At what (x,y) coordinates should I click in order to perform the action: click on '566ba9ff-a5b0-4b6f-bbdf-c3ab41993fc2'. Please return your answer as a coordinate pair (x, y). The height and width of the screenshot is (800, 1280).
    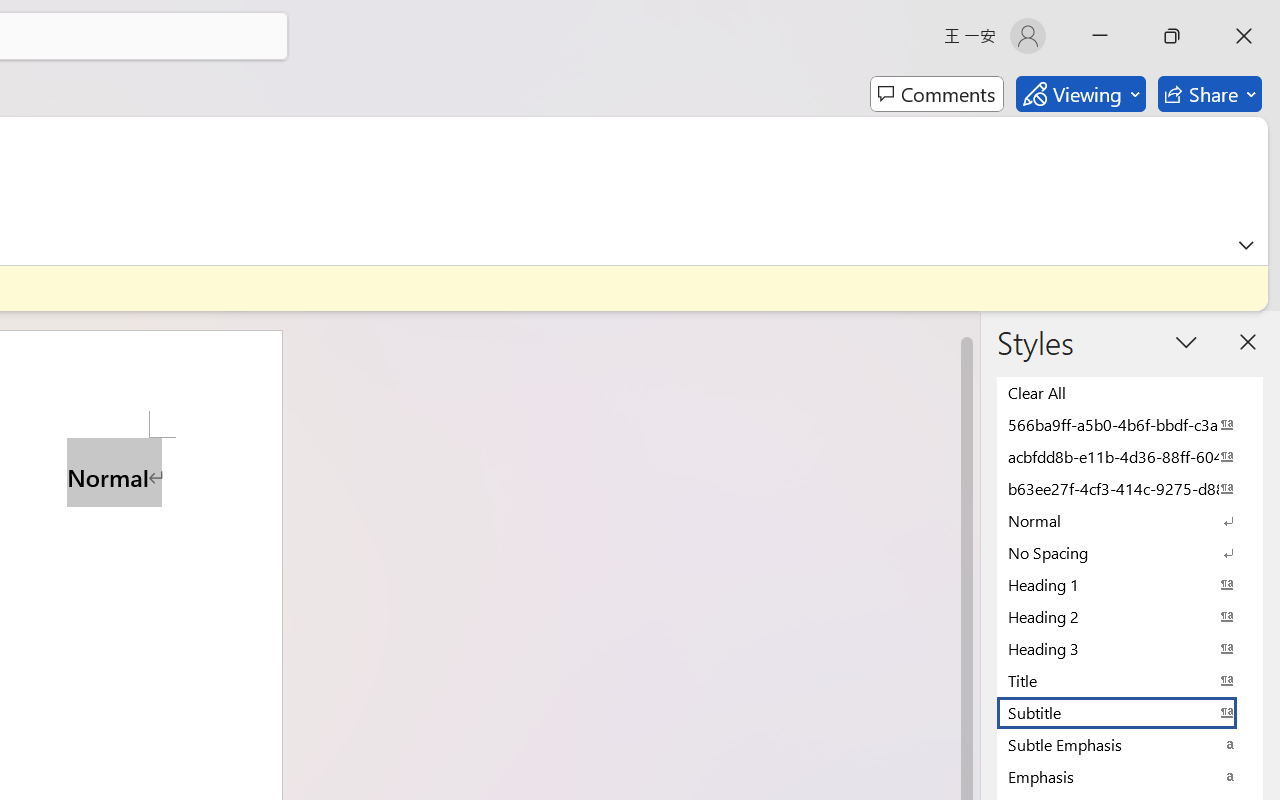
    Looking at the image, I should click on (1130, 424).